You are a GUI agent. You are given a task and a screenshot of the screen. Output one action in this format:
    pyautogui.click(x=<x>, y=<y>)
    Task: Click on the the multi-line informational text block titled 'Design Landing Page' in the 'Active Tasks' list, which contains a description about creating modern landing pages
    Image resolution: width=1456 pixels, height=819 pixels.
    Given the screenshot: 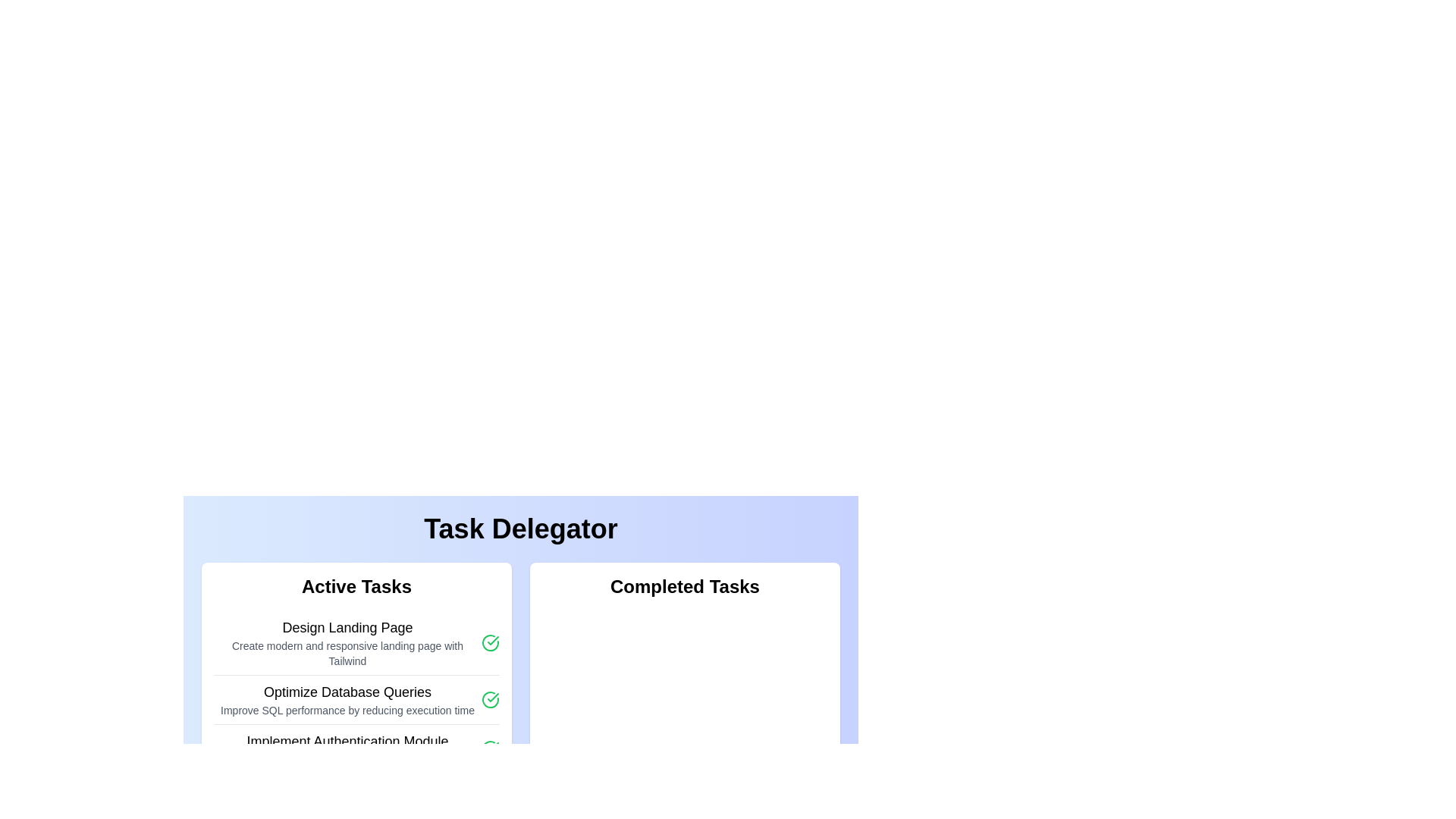 What is the action you would take?
    pyautogui.click(x=347, y=643)
    